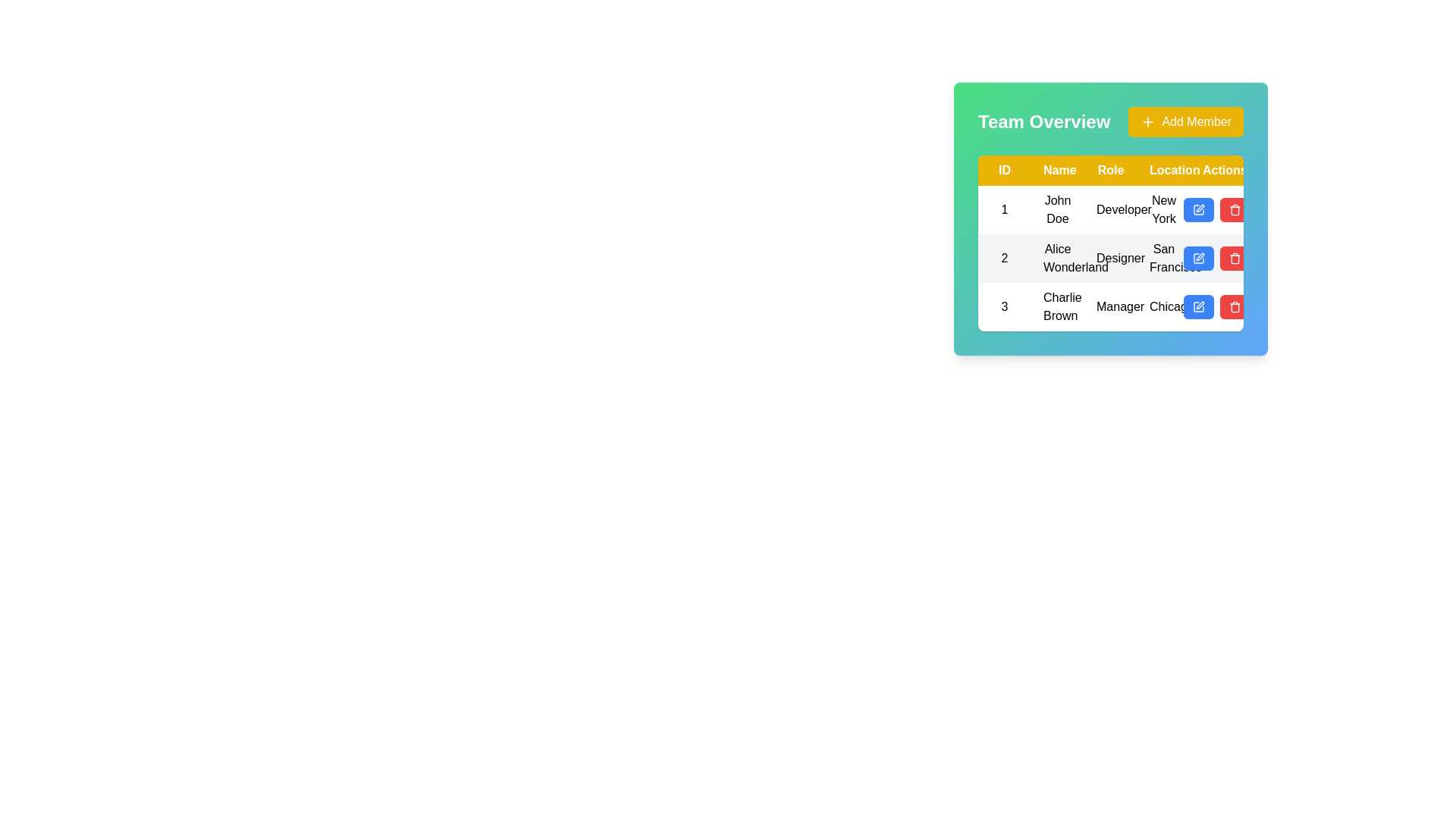 The image size is (1456, 819). Describe the element at coordinates (1216, 307) in the screenshot. I see `the blue button with a white pen icon located in the action column of the third row of the table` at that location.